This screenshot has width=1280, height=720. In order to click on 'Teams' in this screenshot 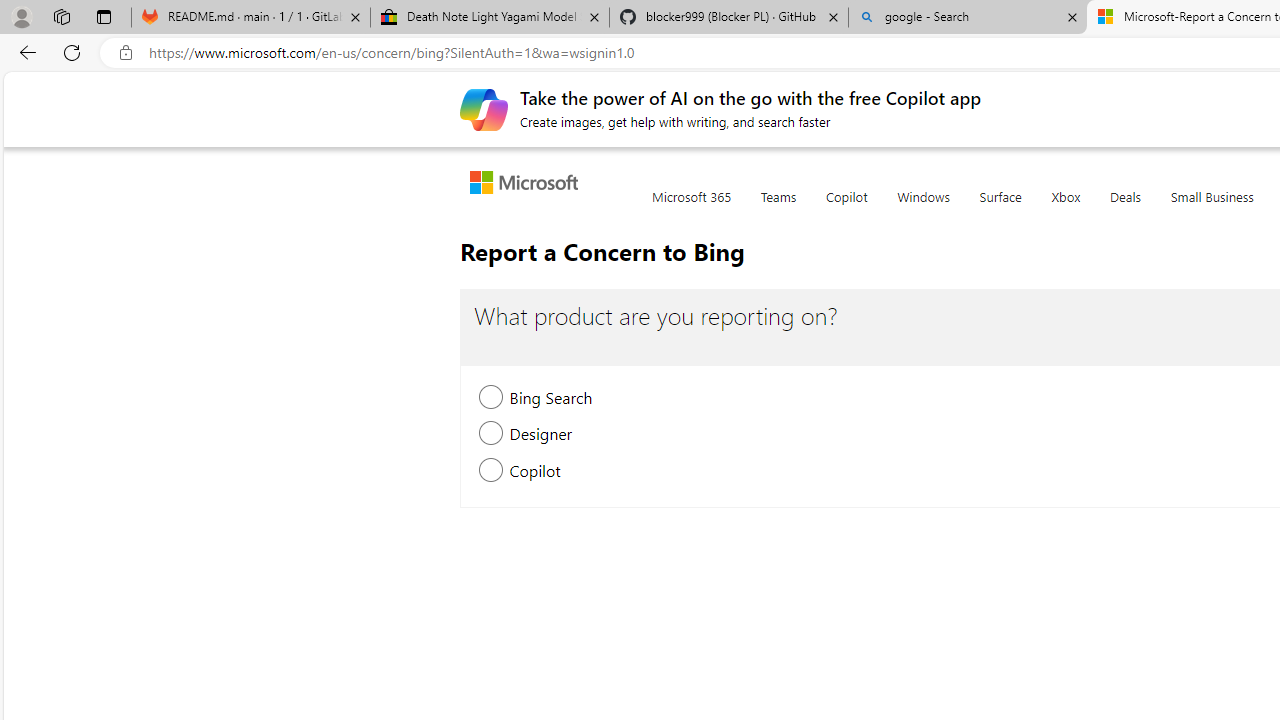, I will do `click(777, 208)`.